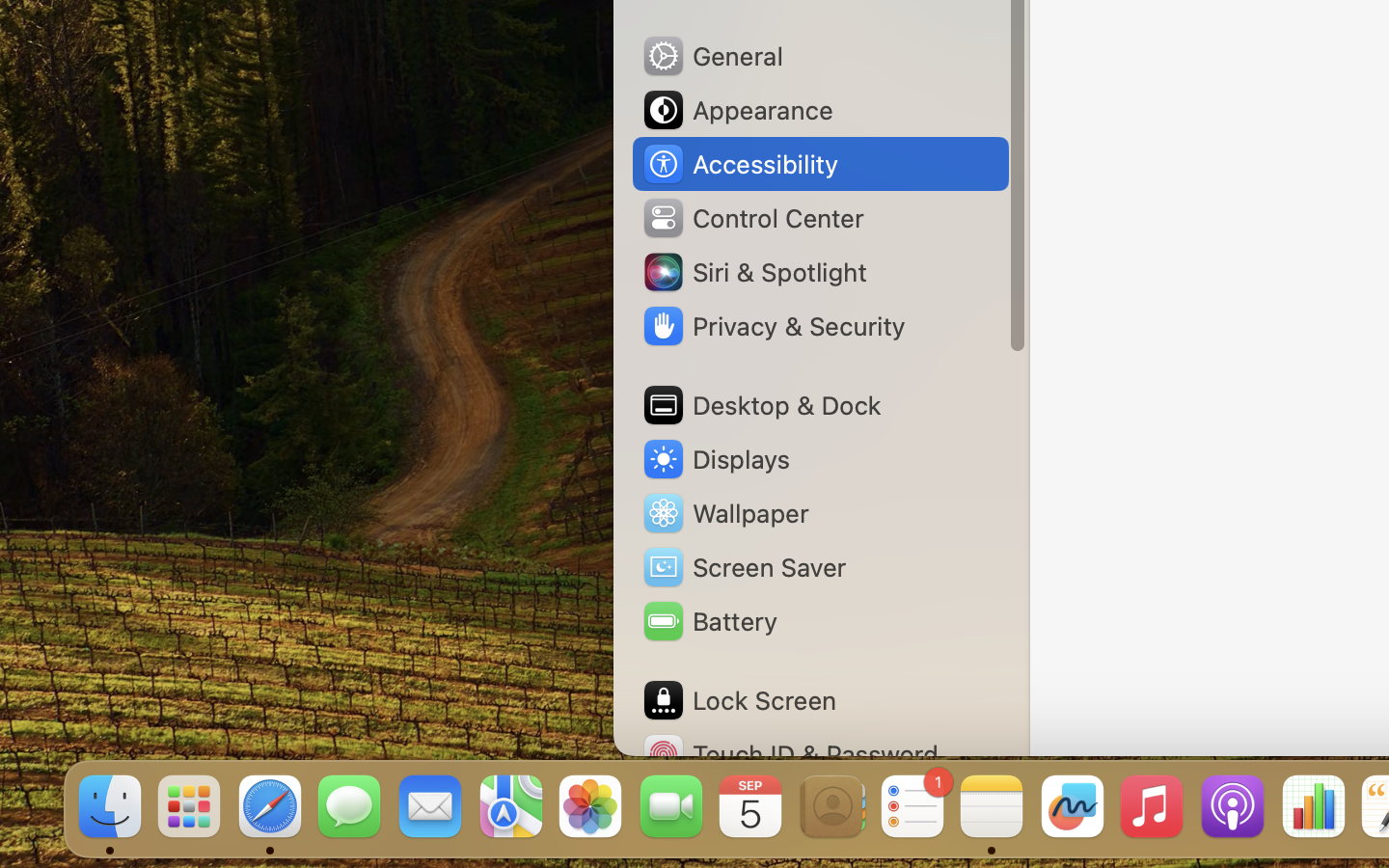  Describe the element at coordinates (722, 511) in the screenshot. I see `'Wallpaper'` at that location.